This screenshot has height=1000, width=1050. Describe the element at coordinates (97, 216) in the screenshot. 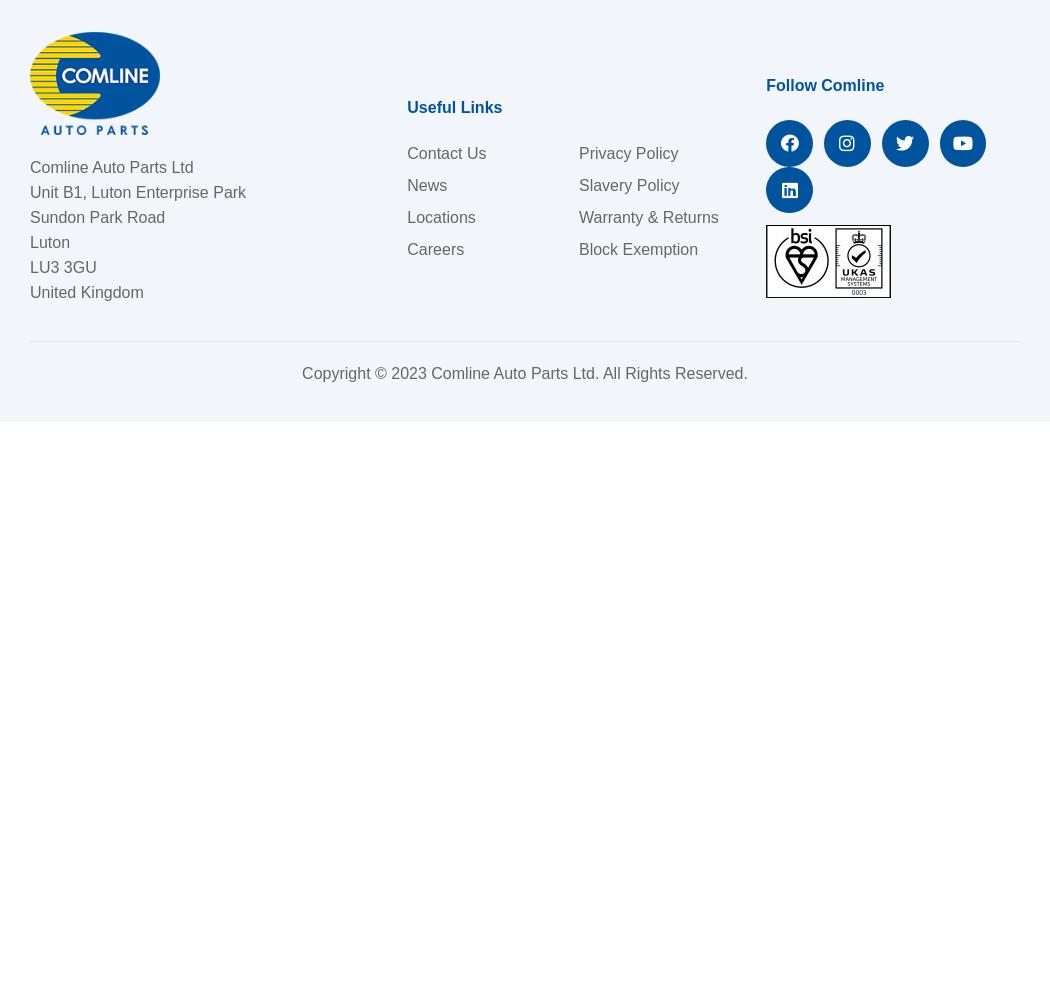

I see `'Sundon Park Road'` at that location.